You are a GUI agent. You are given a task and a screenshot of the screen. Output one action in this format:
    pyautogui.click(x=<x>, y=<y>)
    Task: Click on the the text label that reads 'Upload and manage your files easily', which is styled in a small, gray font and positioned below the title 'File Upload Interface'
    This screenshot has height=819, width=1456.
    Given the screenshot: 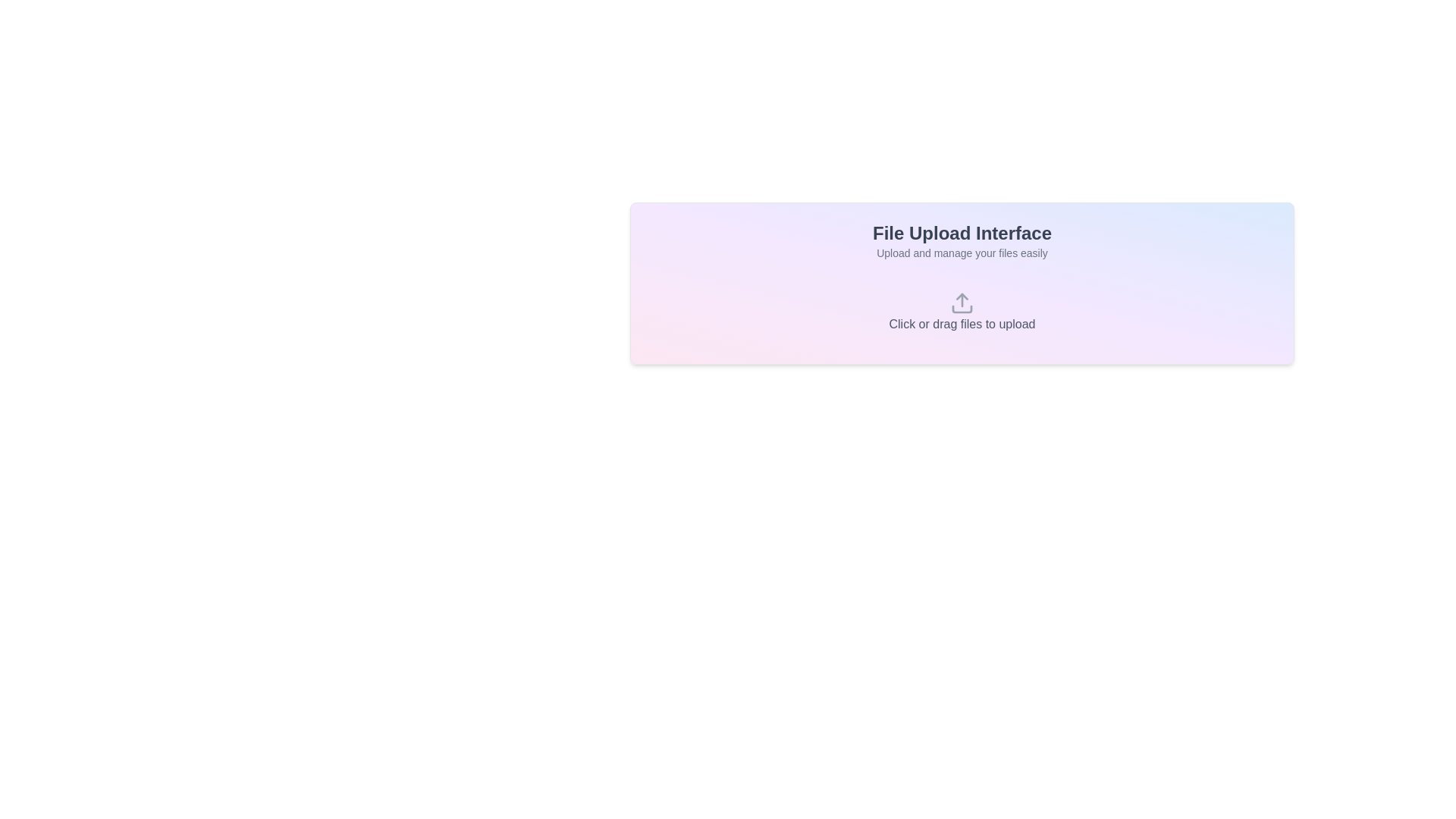 What is the action you would take?
    pyautogui.click(x=961, y=253)
    